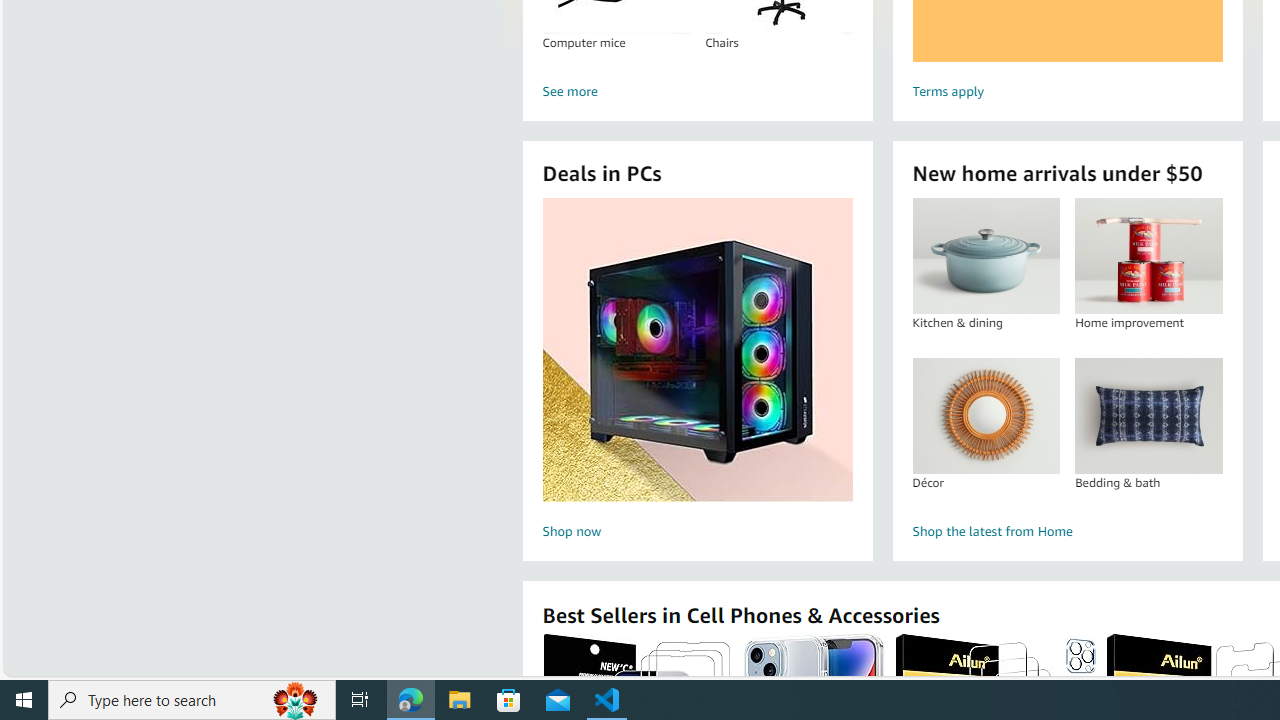 Image resolution: width=1280 pixels, height=720 pixels. Describe the element at coordinates (985, 255) in the screenshot. I see `'Kitchen & dining'` at that location.